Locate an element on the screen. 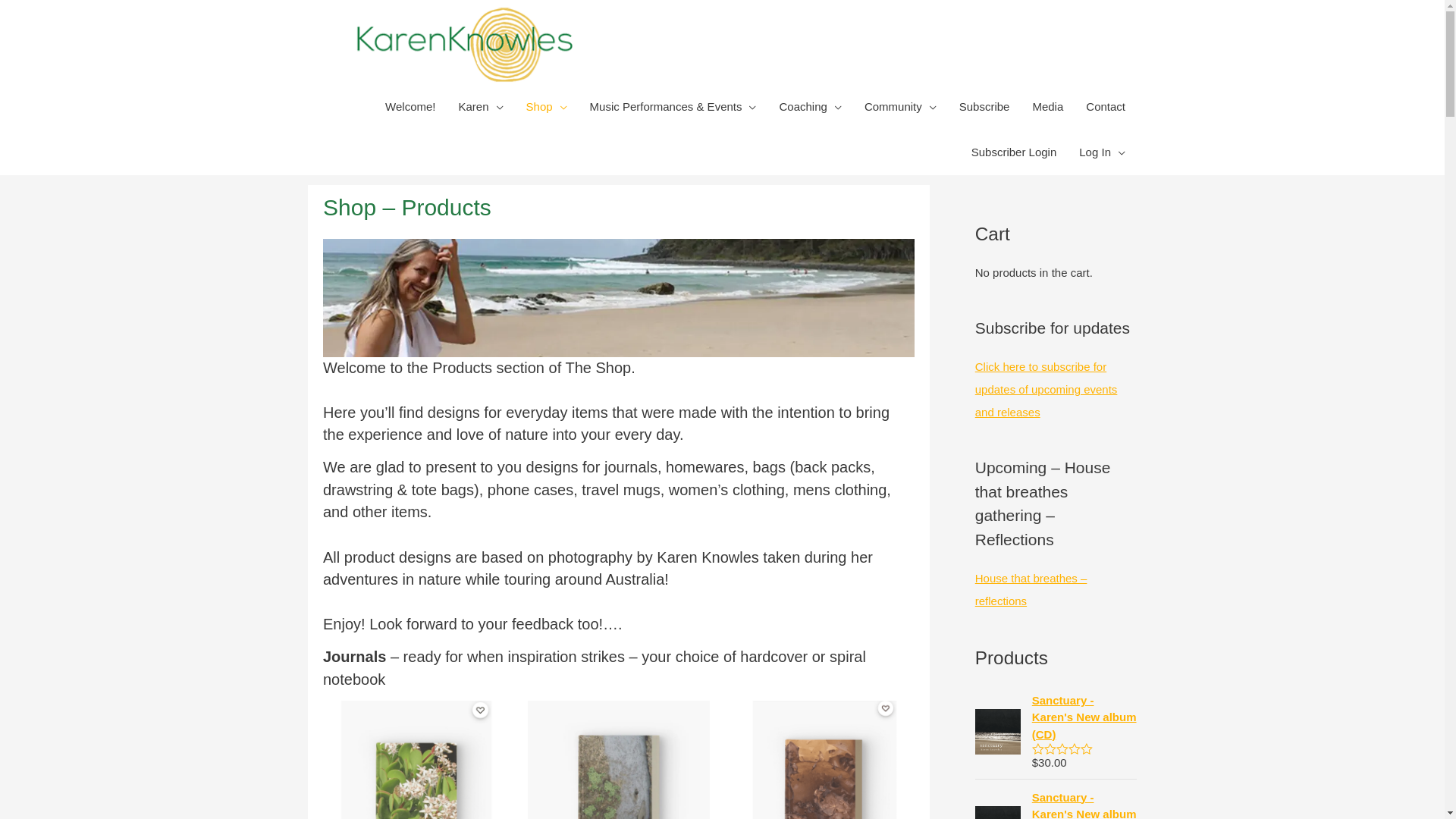  'Music Performances & Events' is located at coordinates (673, 106).